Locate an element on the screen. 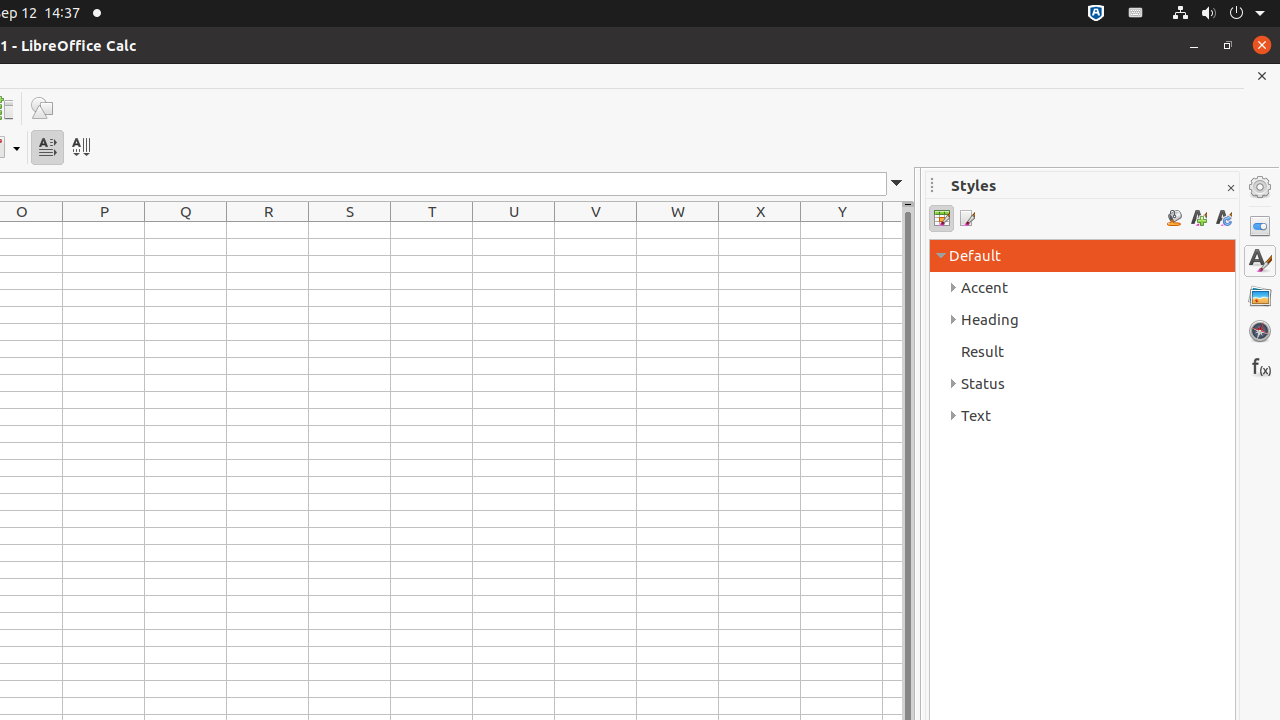 Image resolution: width=1280 pixels, height=720 pixels. 'Close Sidebar Deck' is located at coordinates (1229, 188).